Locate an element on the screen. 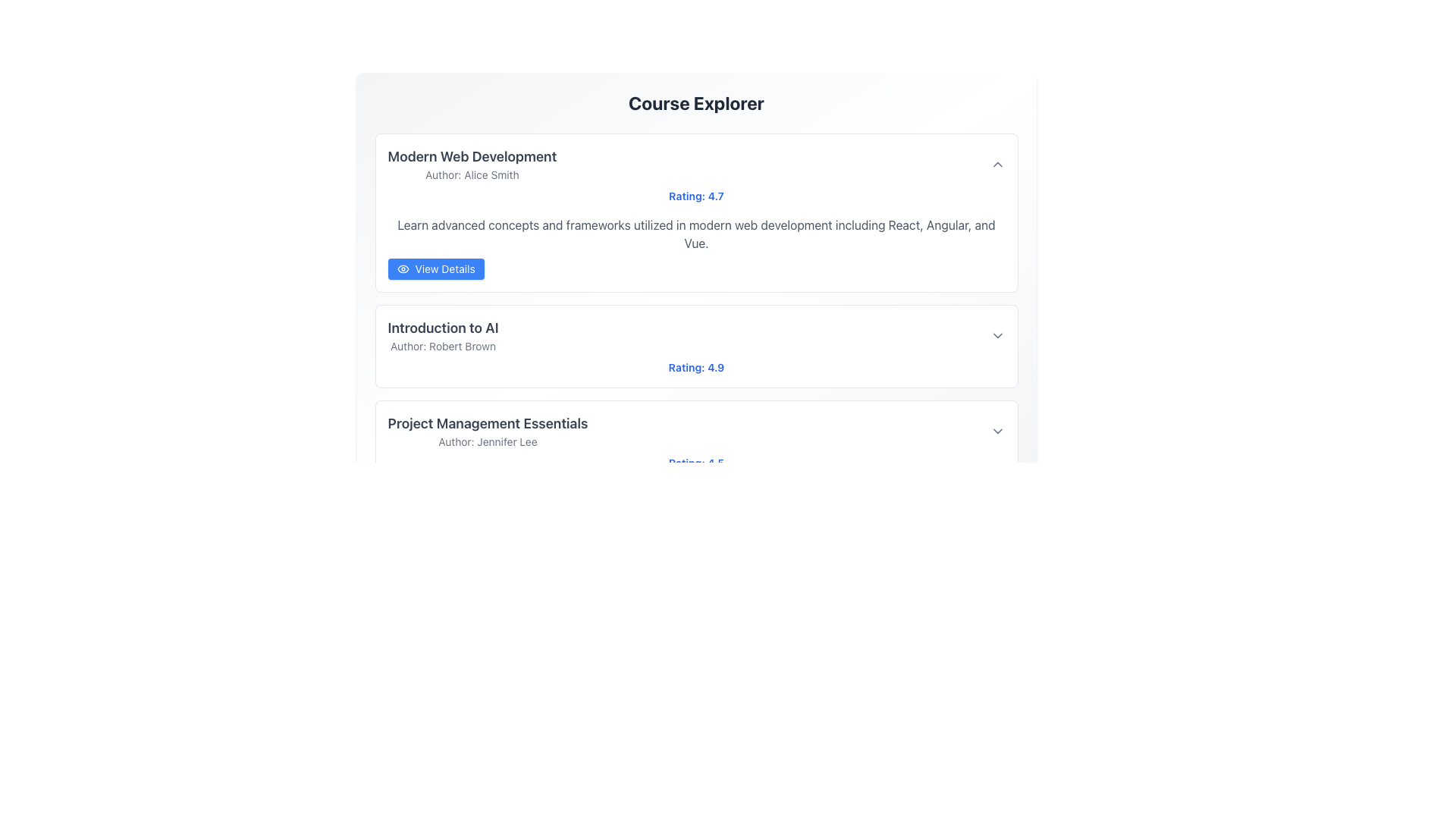 The image size is (1456, 819). textual label displaying 'Rating: 4.9' in blue, which is located at the bottom section of the card titled 'Introduction to AI' is located at coordinates (695, 368).